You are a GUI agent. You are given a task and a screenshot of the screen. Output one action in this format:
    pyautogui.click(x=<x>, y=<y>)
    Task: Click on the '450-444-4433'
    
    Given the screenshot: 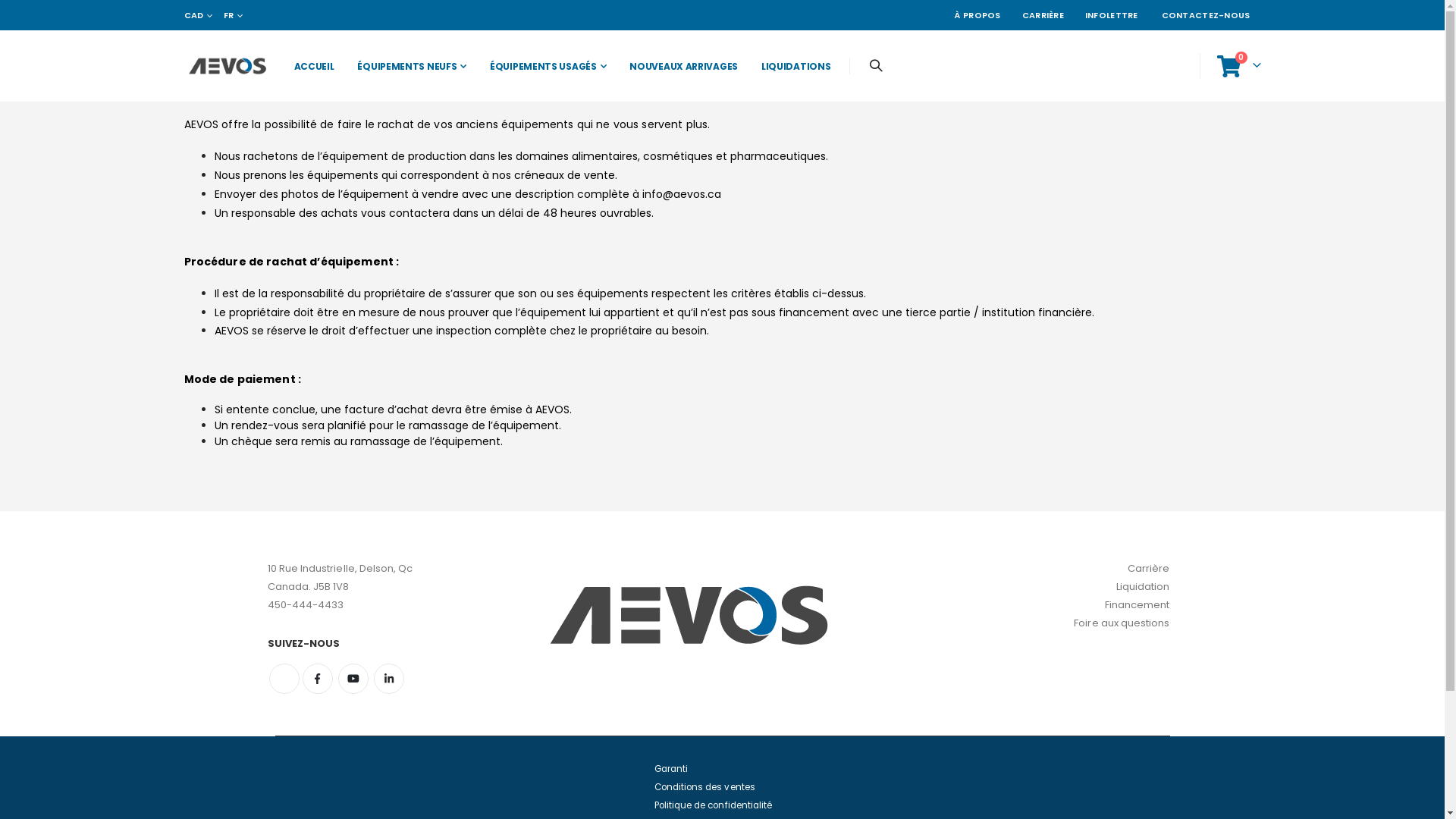 What is the action you would take?
    pyautogui.click(x=304, y=604)
    